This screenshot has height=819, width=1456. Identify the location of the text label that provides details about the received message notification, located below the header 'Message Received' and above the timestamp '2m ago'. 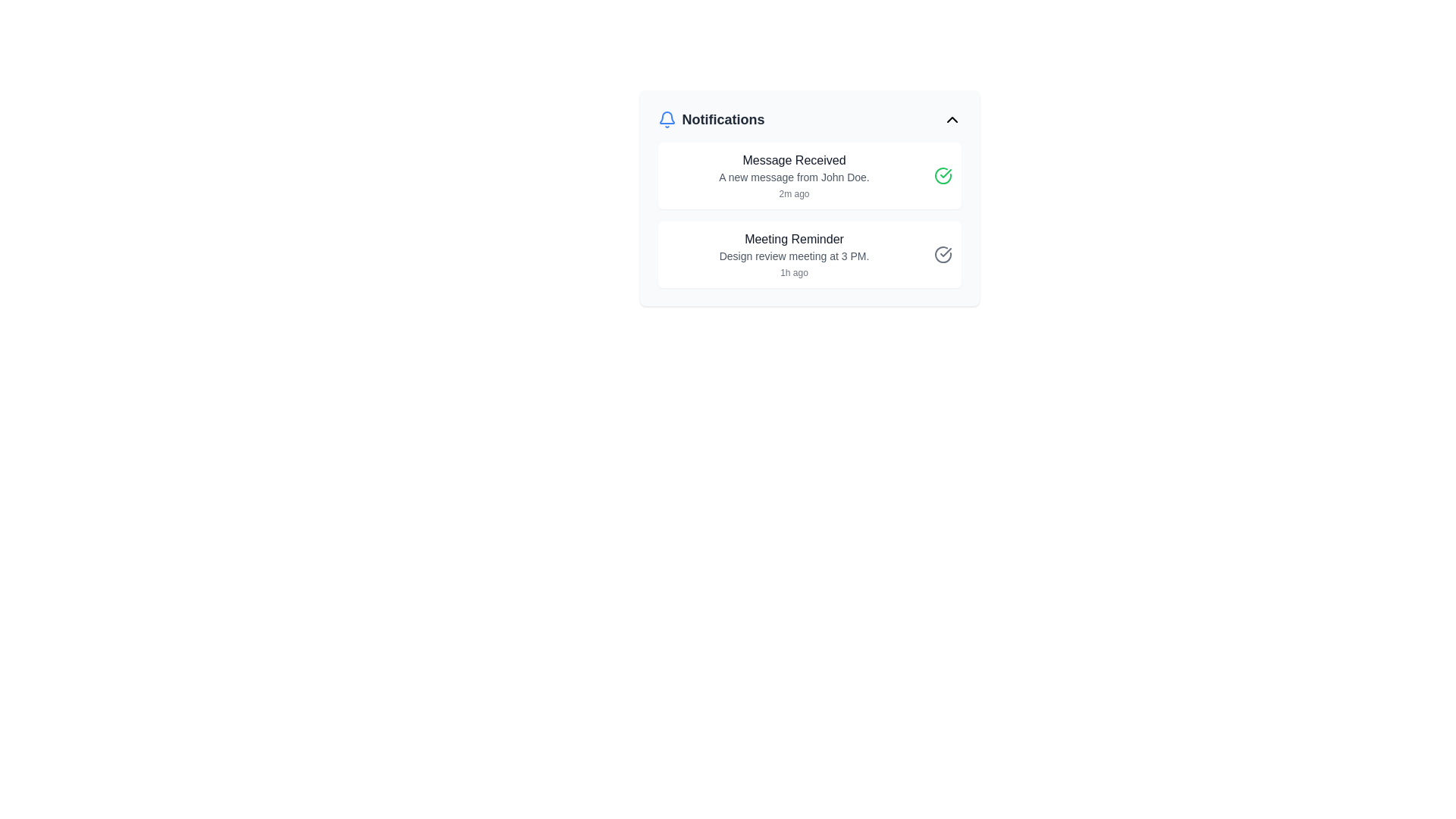
(793, 177).